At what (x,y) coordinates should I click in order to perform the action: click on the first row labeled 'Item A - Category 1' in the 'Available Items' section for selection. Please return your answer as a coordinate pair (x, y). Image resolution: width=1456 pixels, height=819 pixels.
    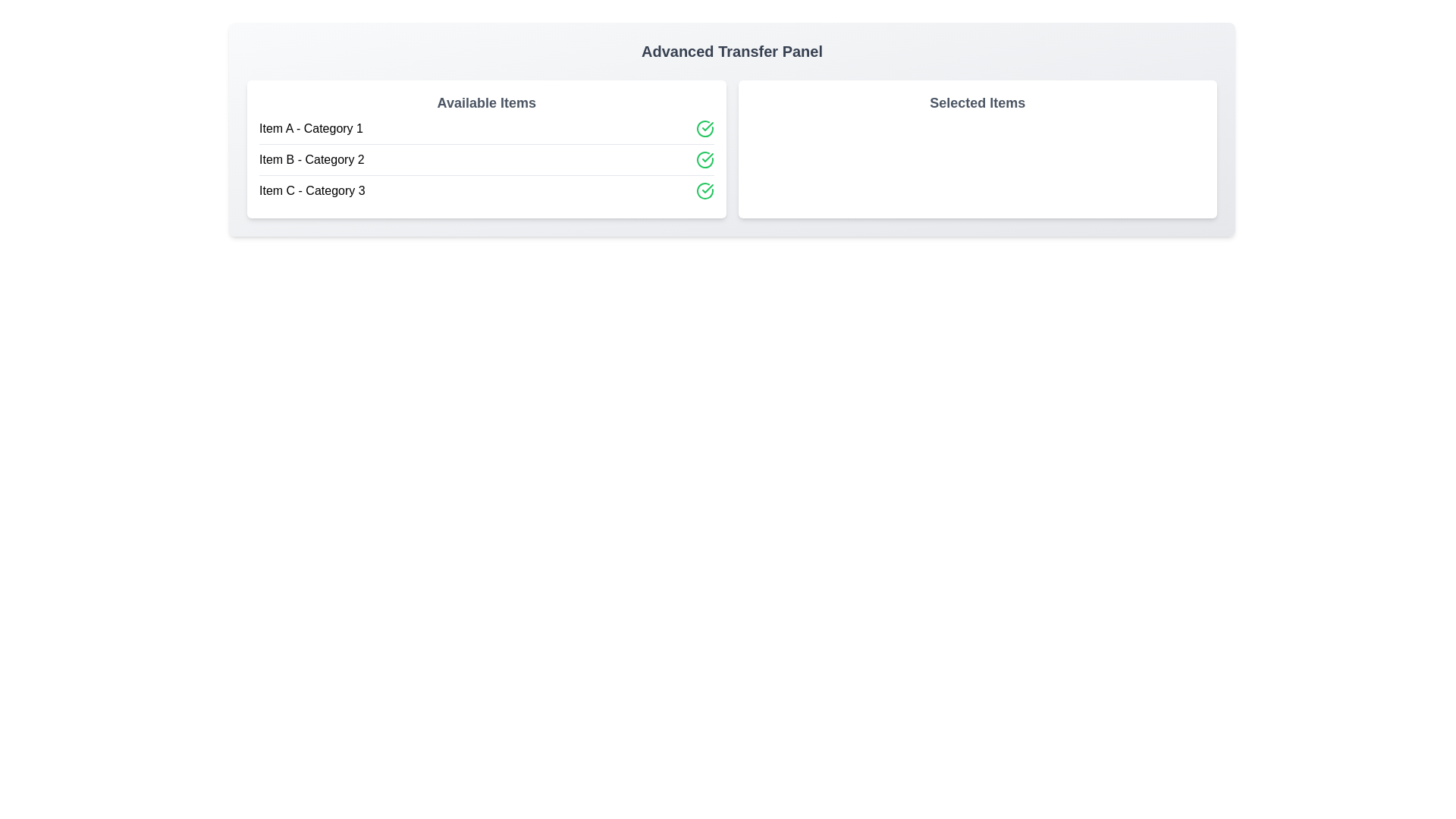
    Looking at the image, I should click on (486, 127).